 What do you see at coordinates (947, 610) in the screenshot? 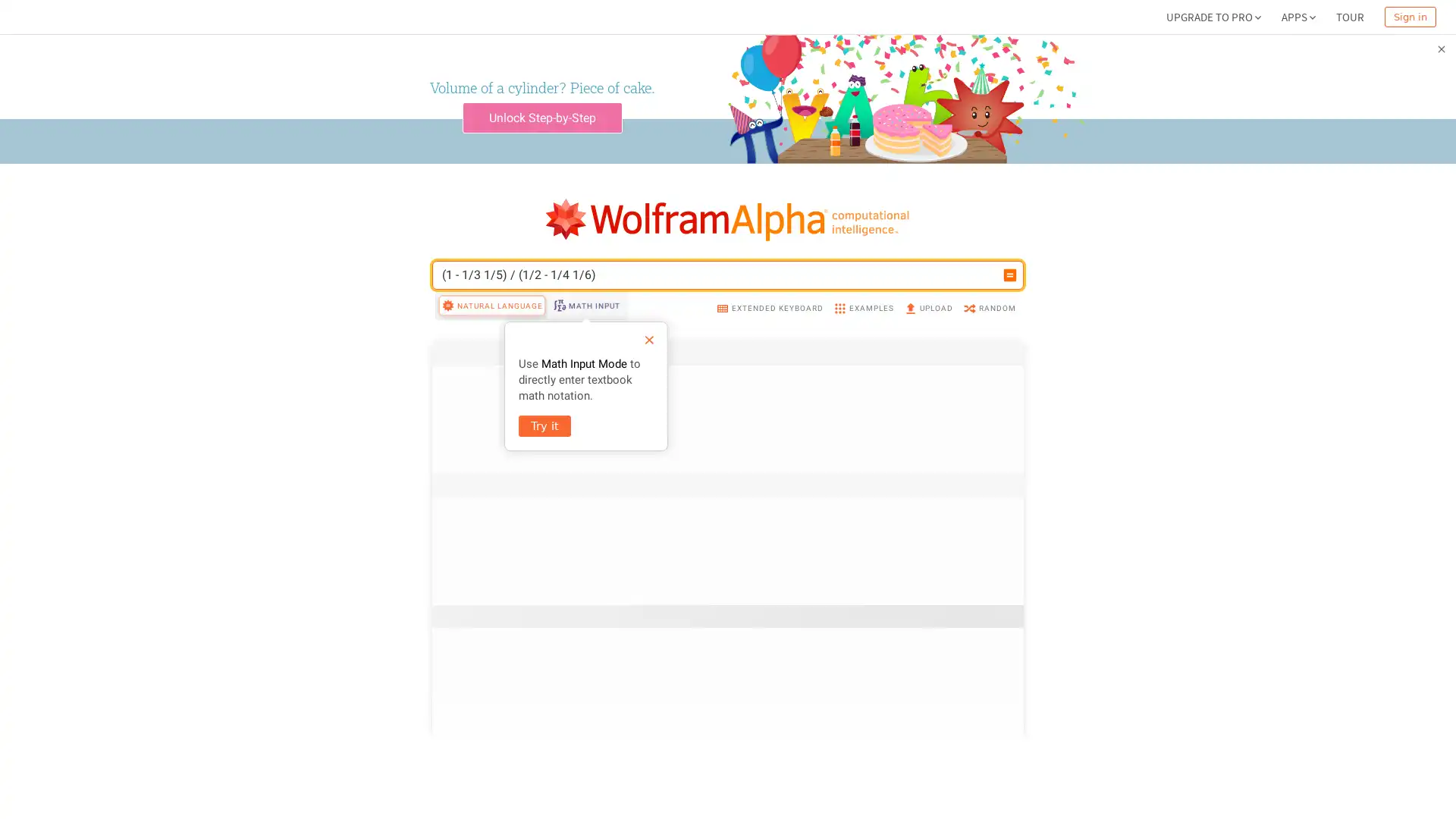
I see `Step-by-step solution` at bounding box center [947, 610].